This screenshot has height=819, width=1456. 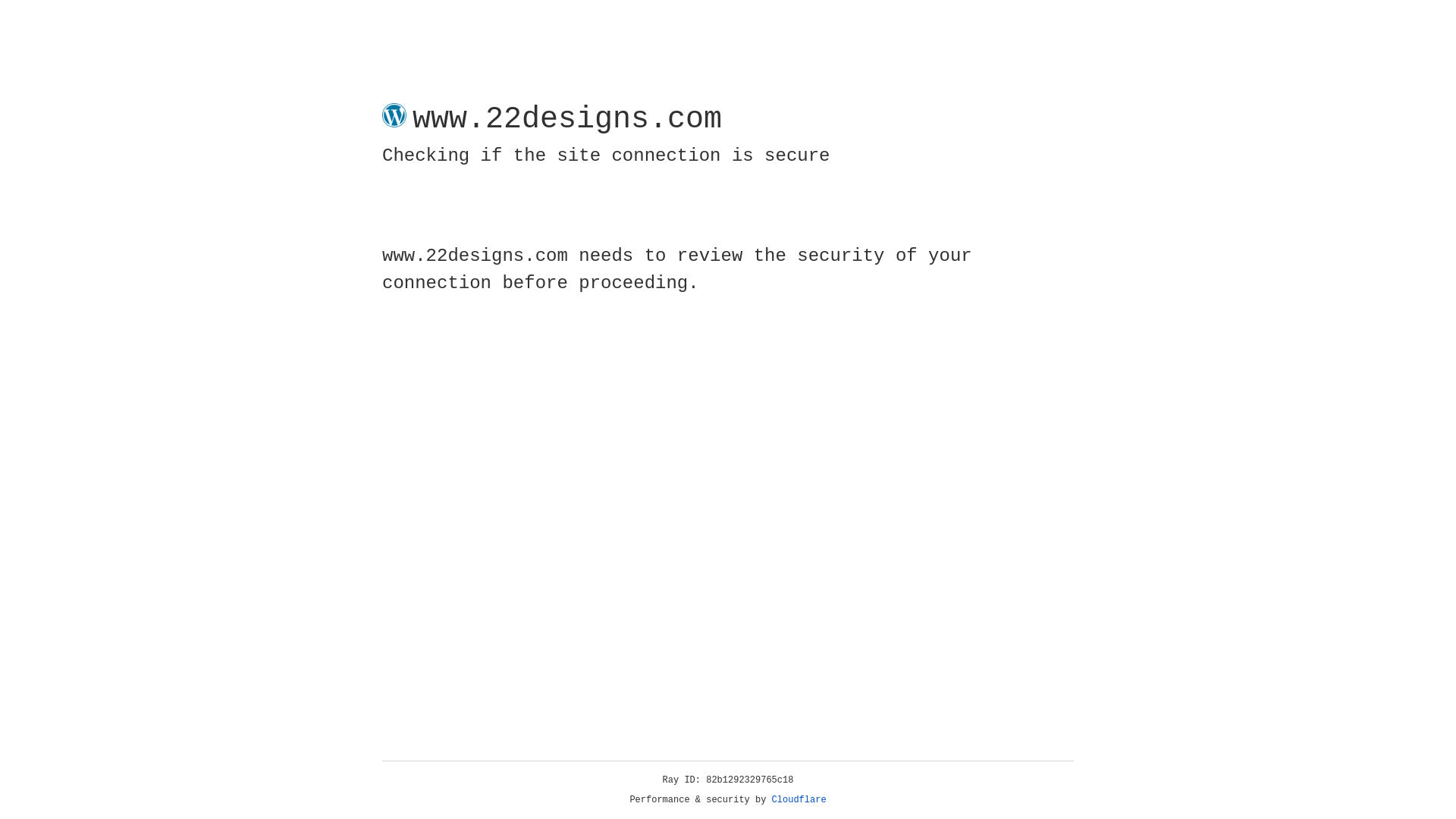 What do you see at coordinates (771, 799) in the screenshot?
I see `'Cloudflare'` at bounding box center [771, 799].